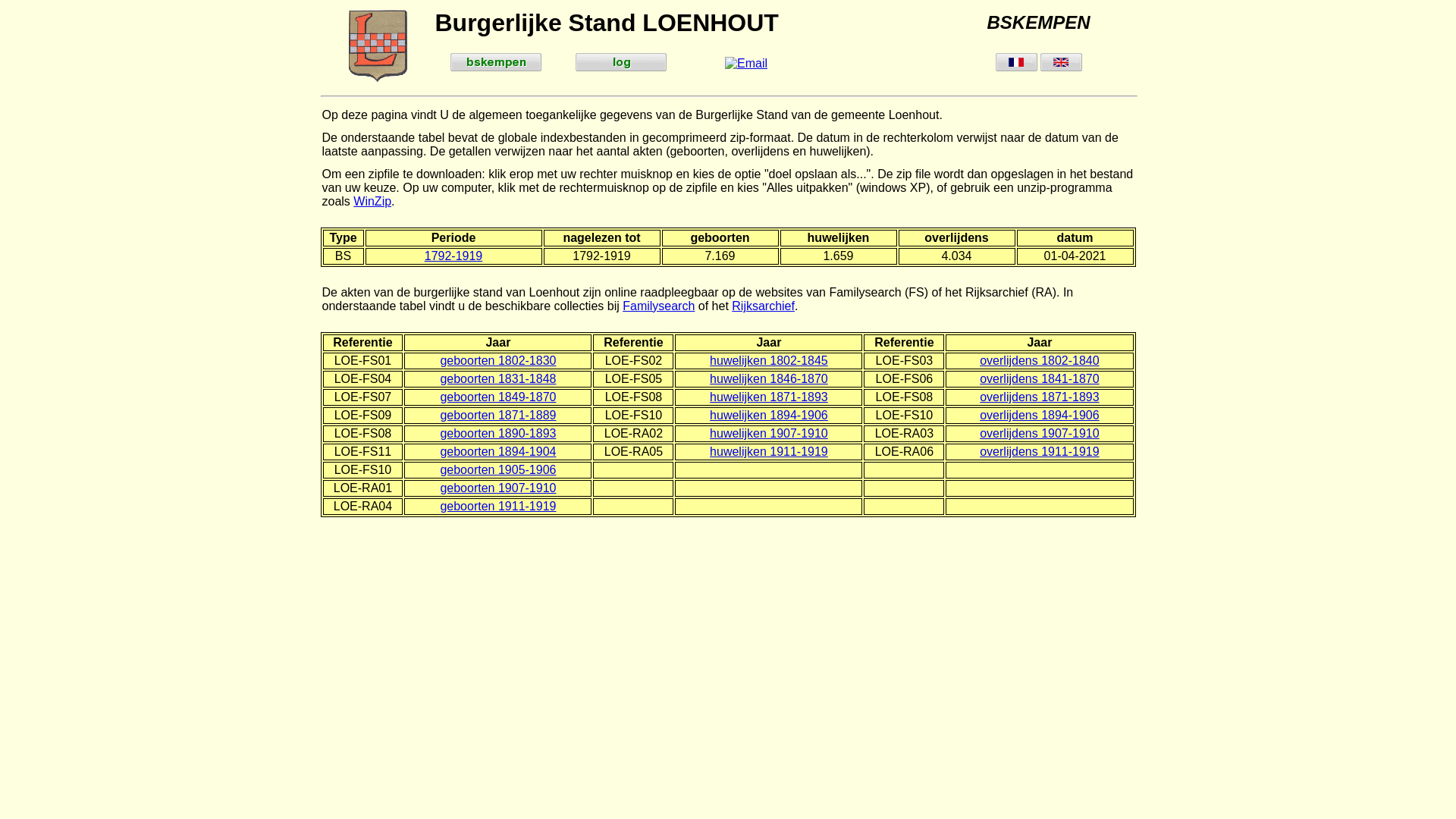 The width and height of the screenshot is (1456, 819). What do you see at coordinates (1038, 433) in the screenshot?
I see `'overlijdens 1907-1910'` at bounding box center [1038, 433].